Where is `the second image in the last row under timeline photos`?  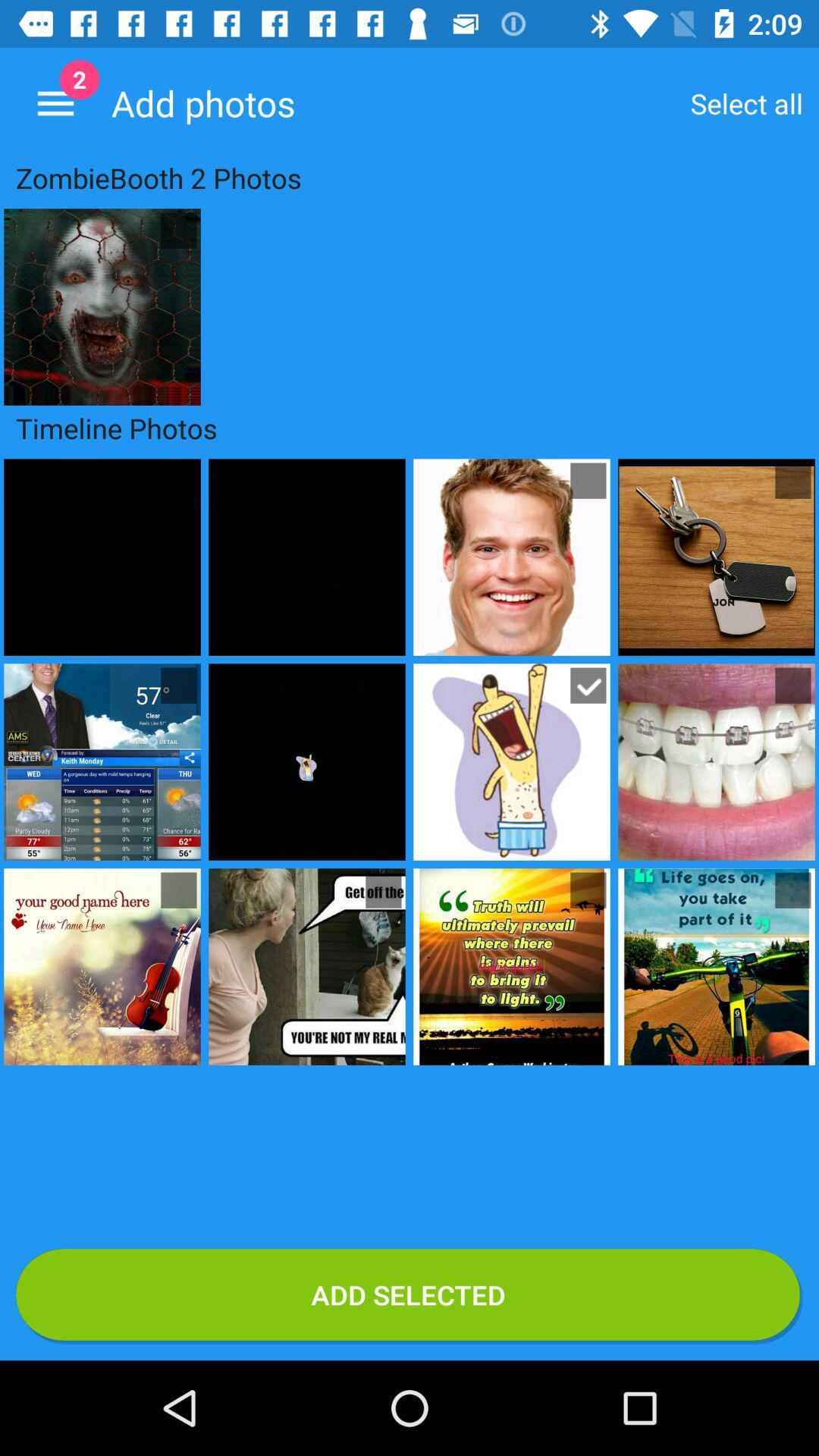 the second image in the last row under timeline photos is located at coordinates (307, 966).